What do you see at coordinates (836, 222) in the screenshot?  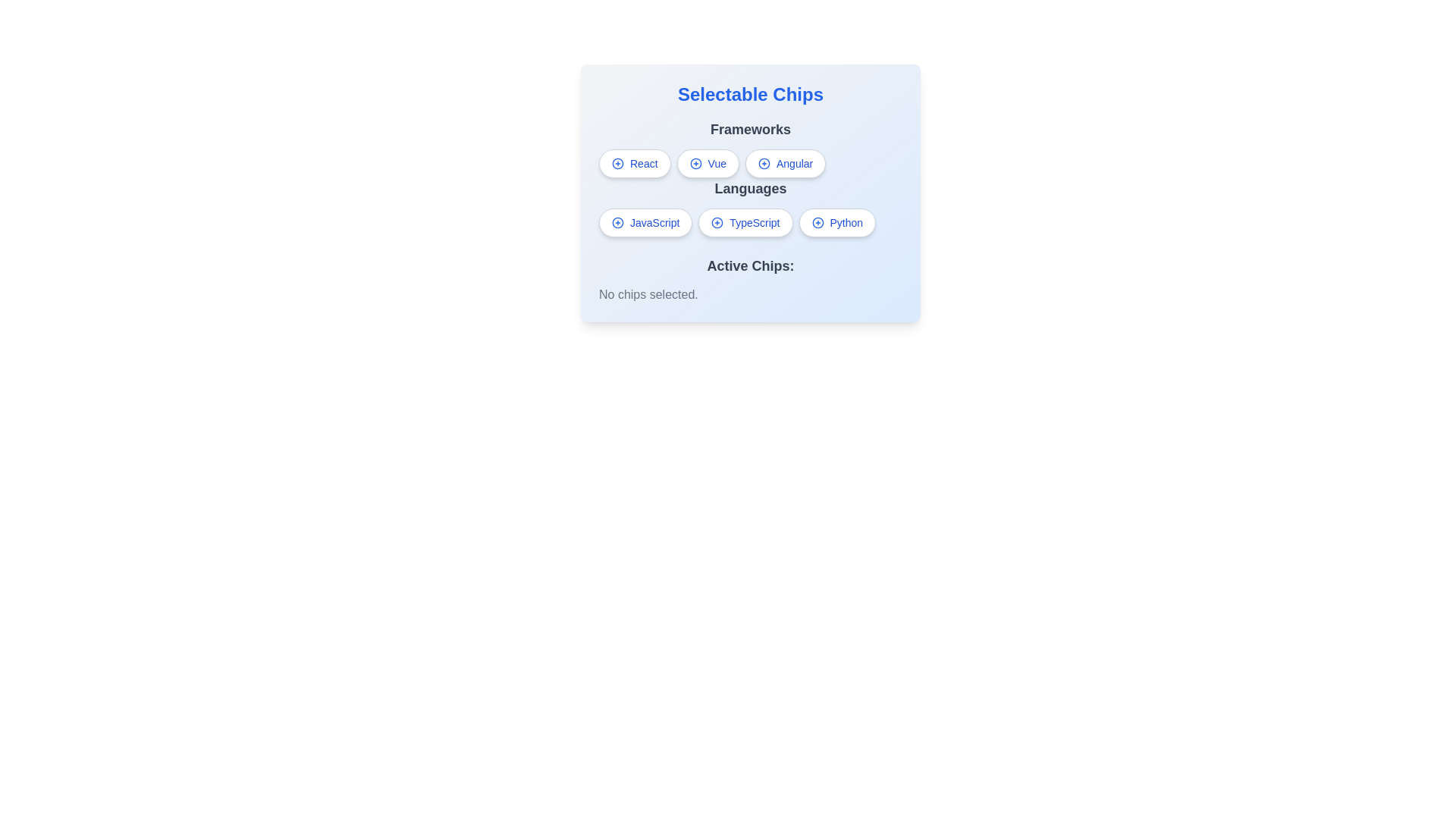 I see `the third button labeled 'Python' with a blue plus icon in the 'Languages' section` at bounding box center [836, 222].